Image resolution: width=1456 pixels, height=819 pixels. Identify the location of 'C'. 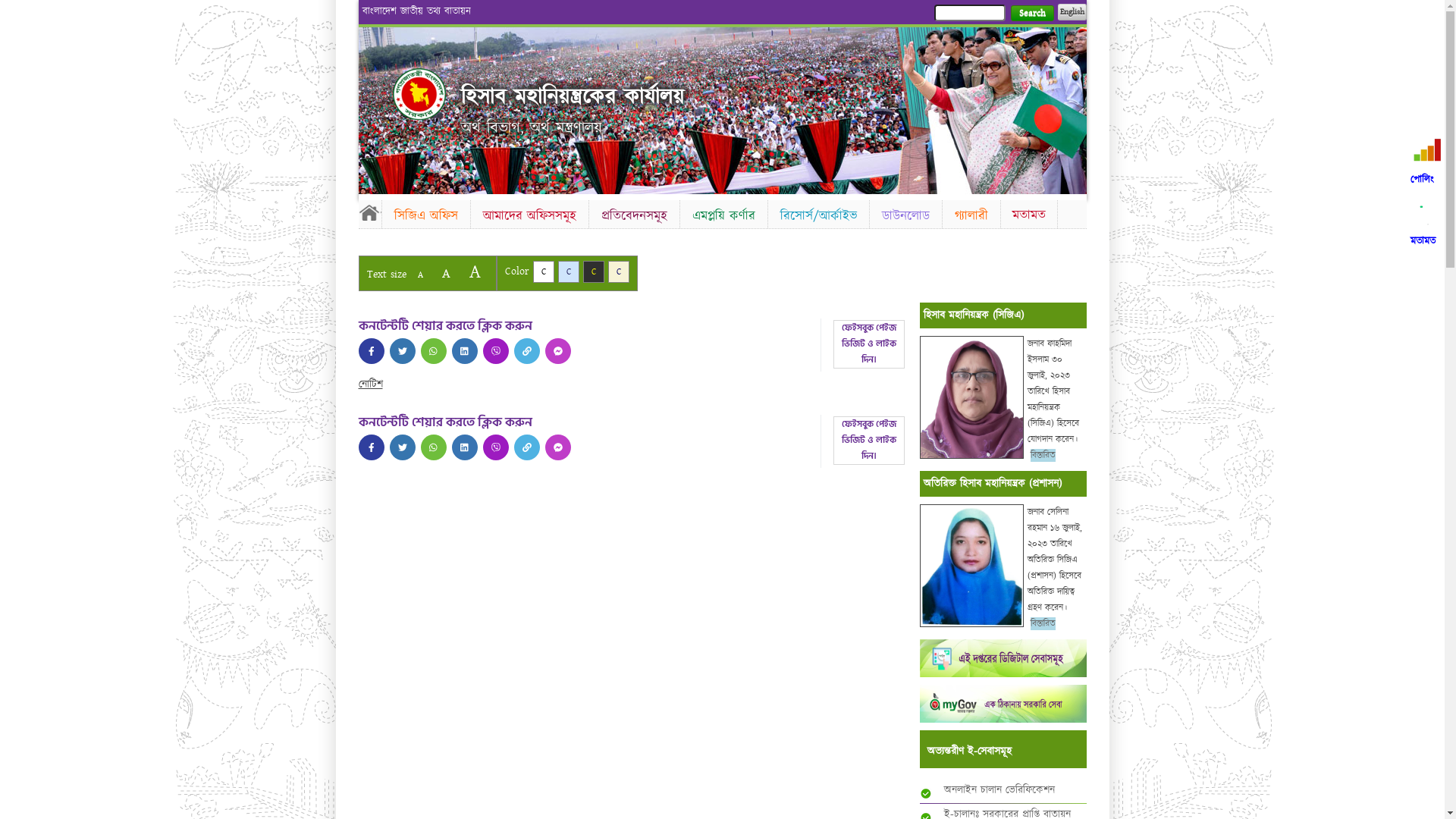
(619, 271).